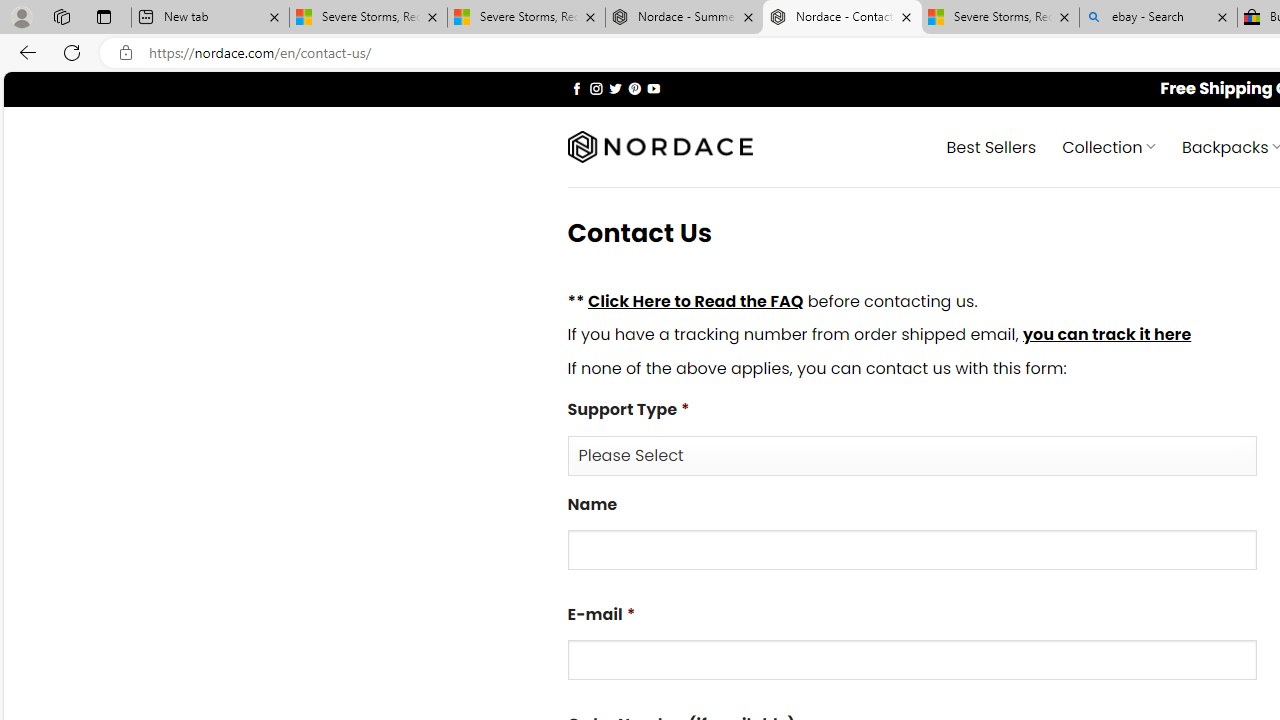 This screenshot has width=1280, height=720. Describe the element at coordinates (911, 550) in the screenshot. I see `'Name'` at that location.